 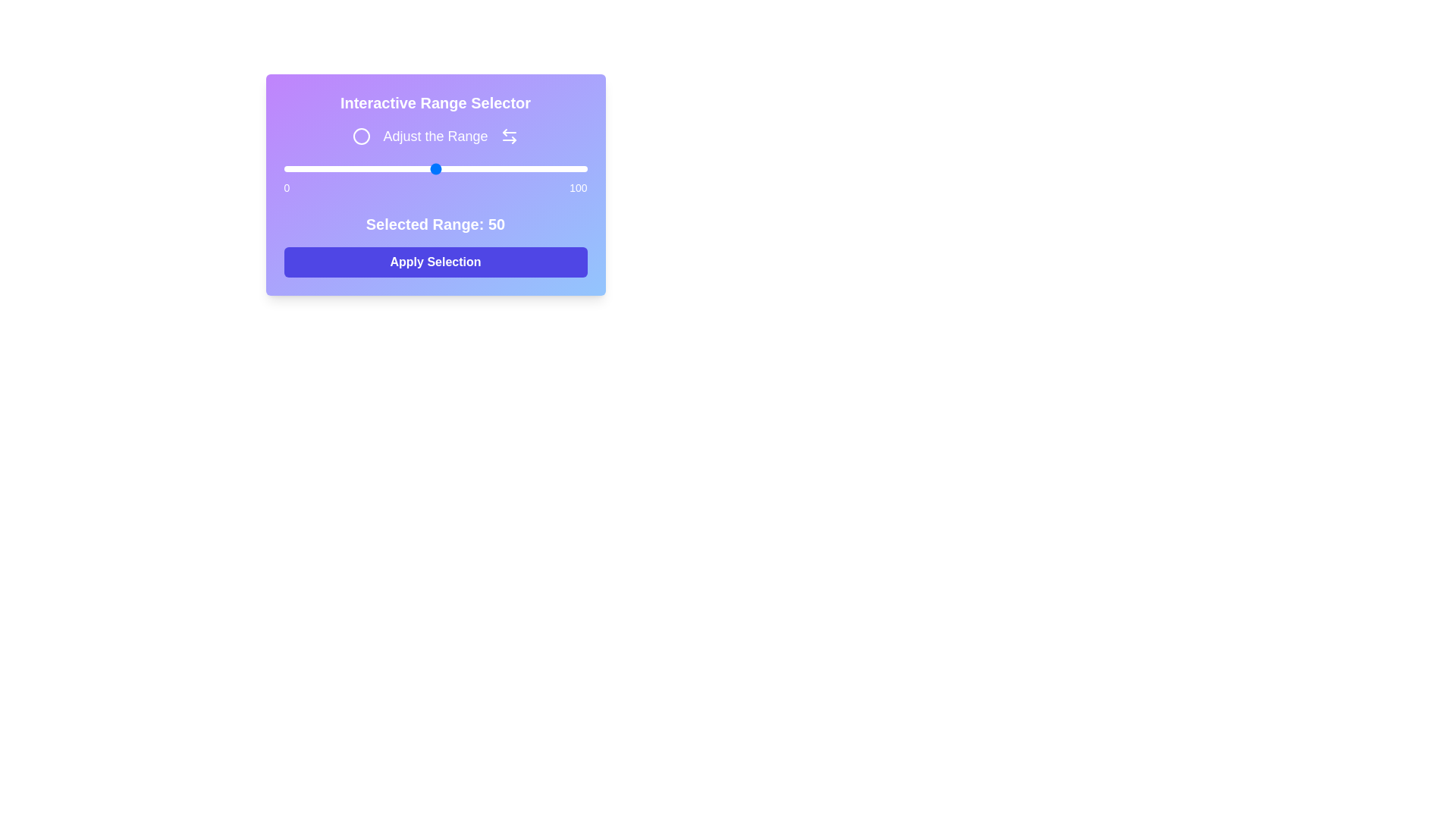 What do you see at coordinates (384, 169) in the screenshot?
I see `the slider to set the range to 33` at bounding box center [384, 169].